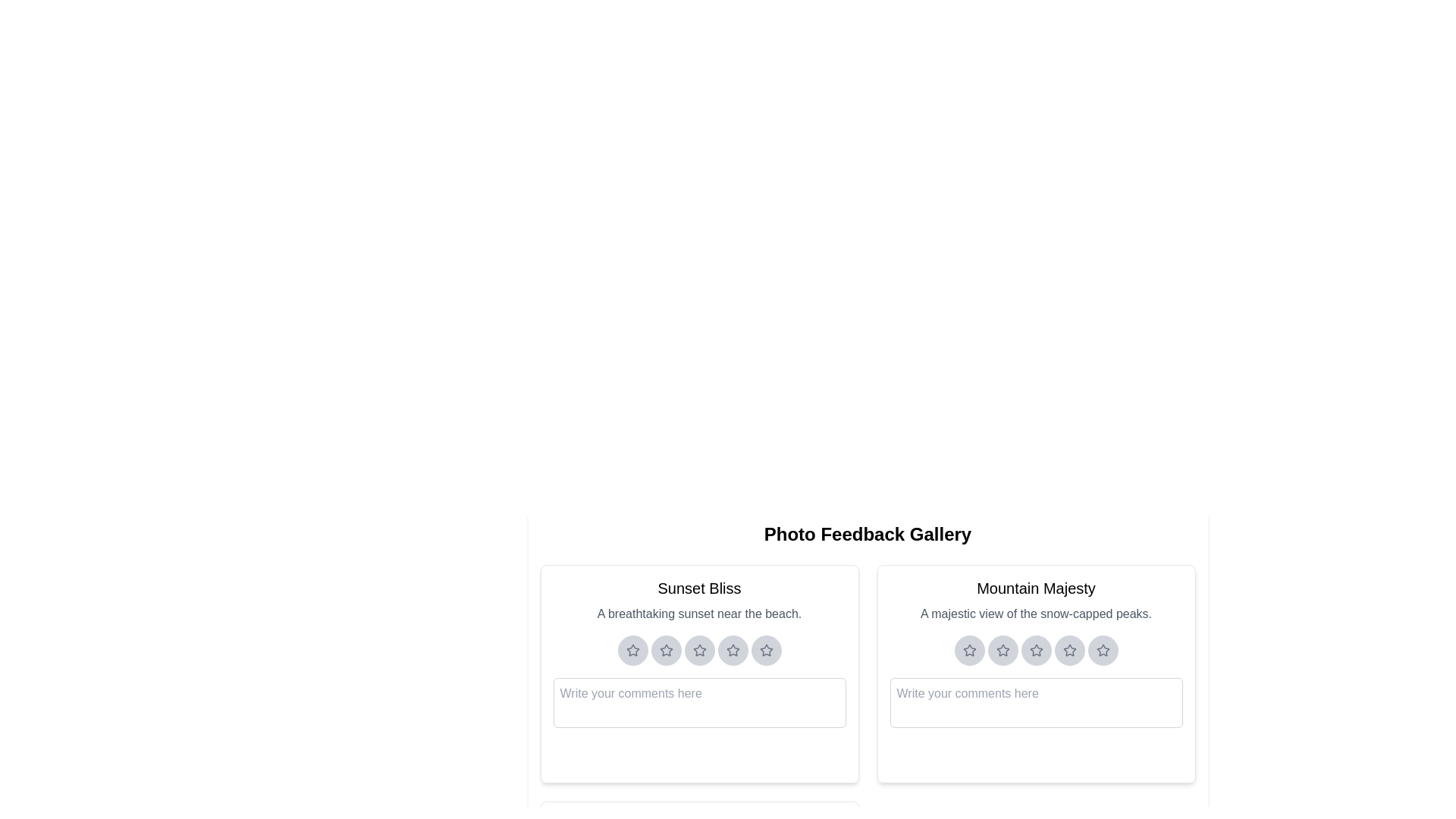  I want to click on the second rating button in the horizontal row of five buttons for the 'Sunset Bliss' content, so click(666, 649).